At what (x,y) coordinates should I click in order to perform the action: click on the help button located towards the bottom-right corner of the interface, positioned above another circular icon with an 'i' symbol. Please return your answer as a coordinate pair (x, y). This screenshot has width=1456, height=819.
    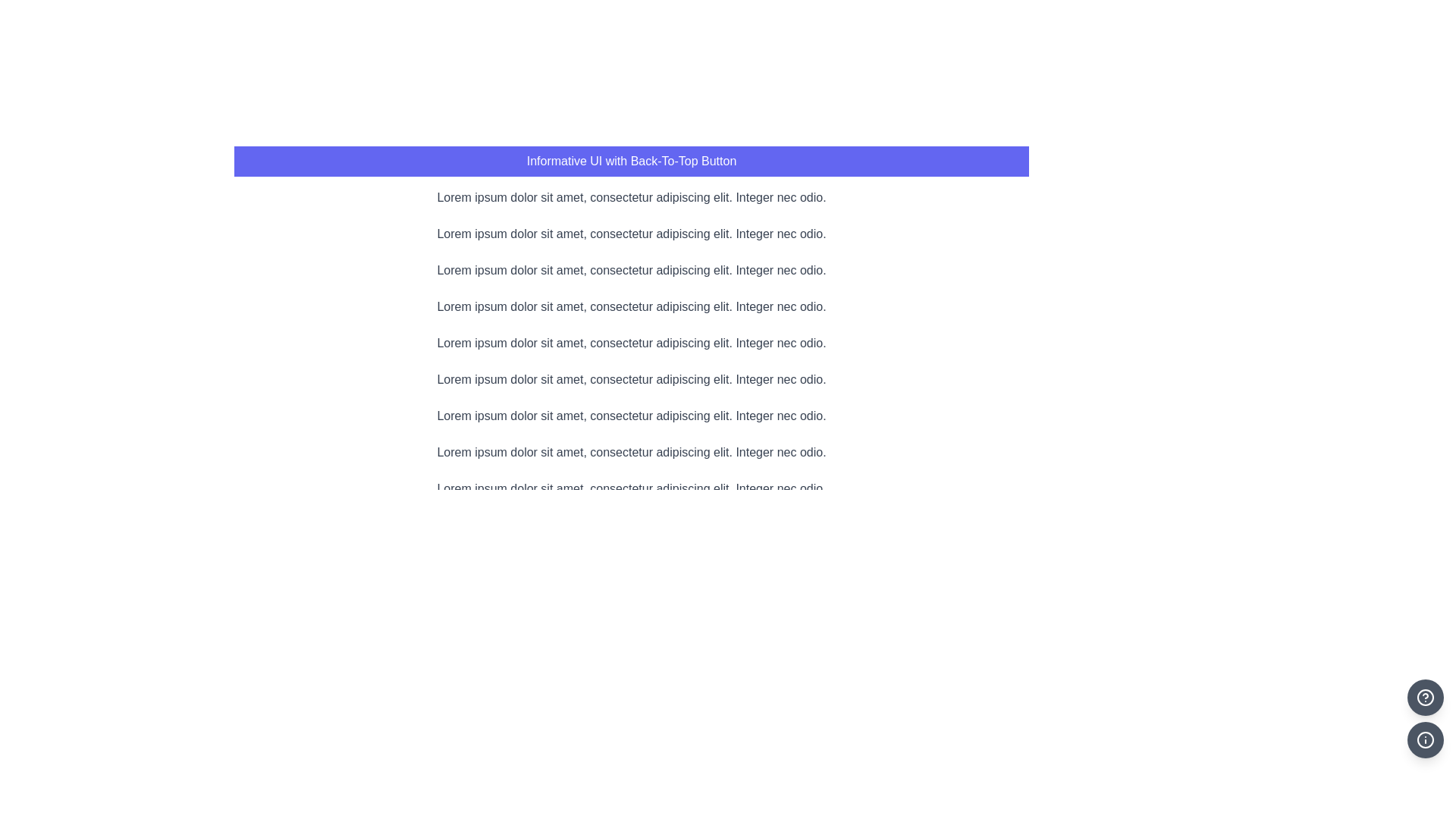
    Looking at the image, I should click on (1425, 698).